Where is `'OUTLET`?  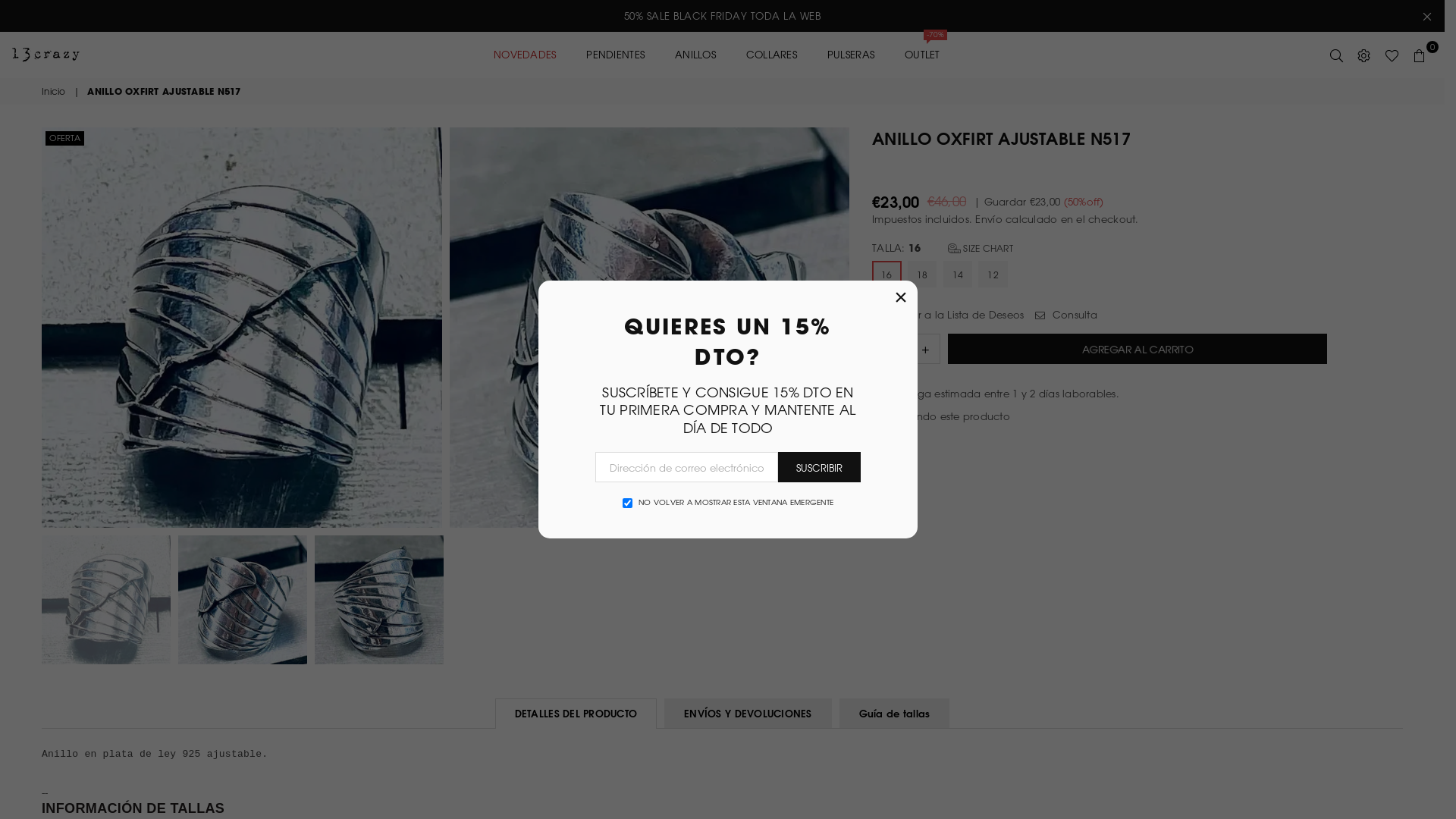
'OUTLET is located at coordinates (923, 54).